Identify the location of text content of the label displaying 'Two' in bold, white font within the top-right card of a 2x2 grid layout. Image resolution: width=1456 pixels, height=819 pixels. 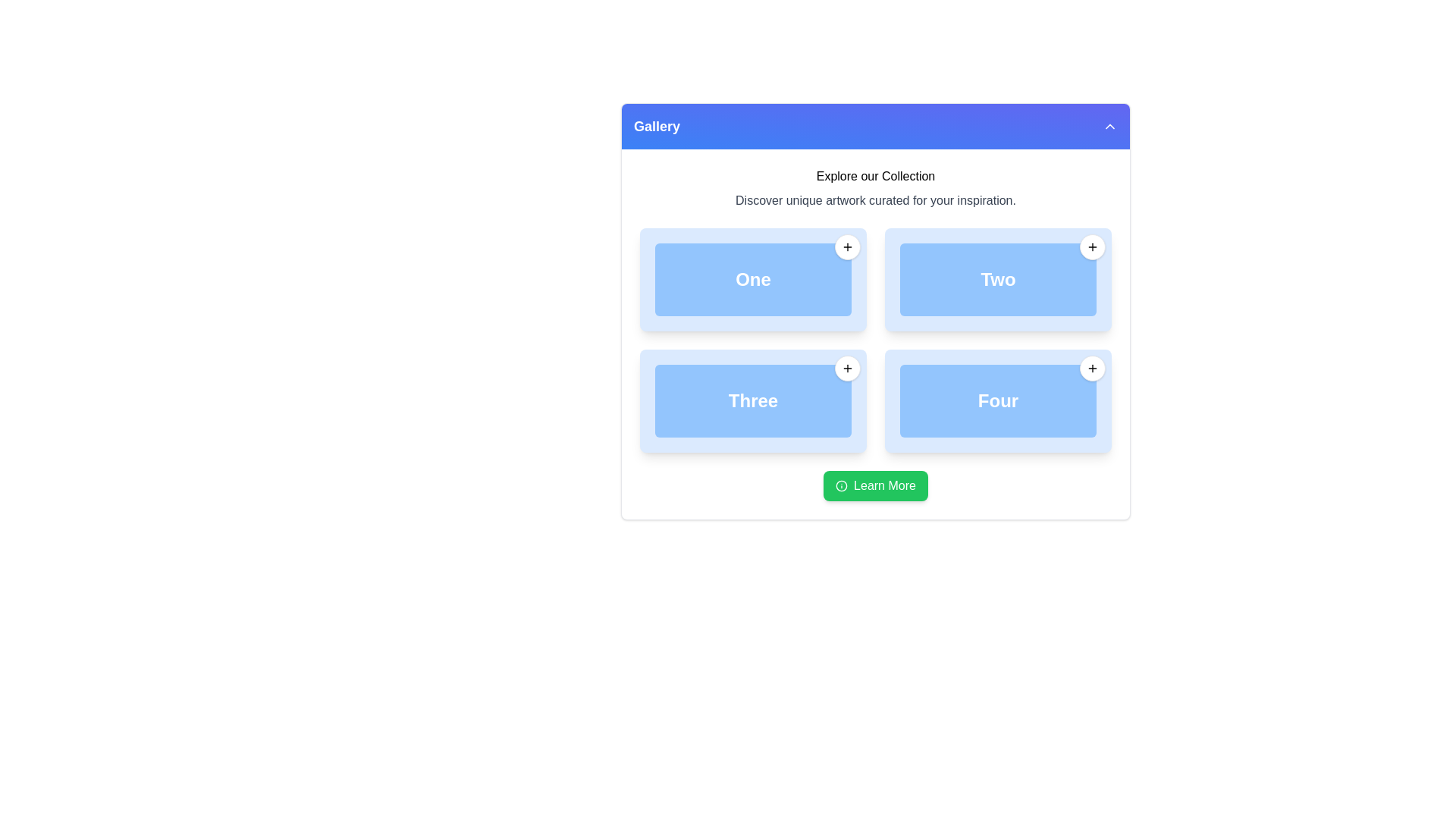
(998, 280).